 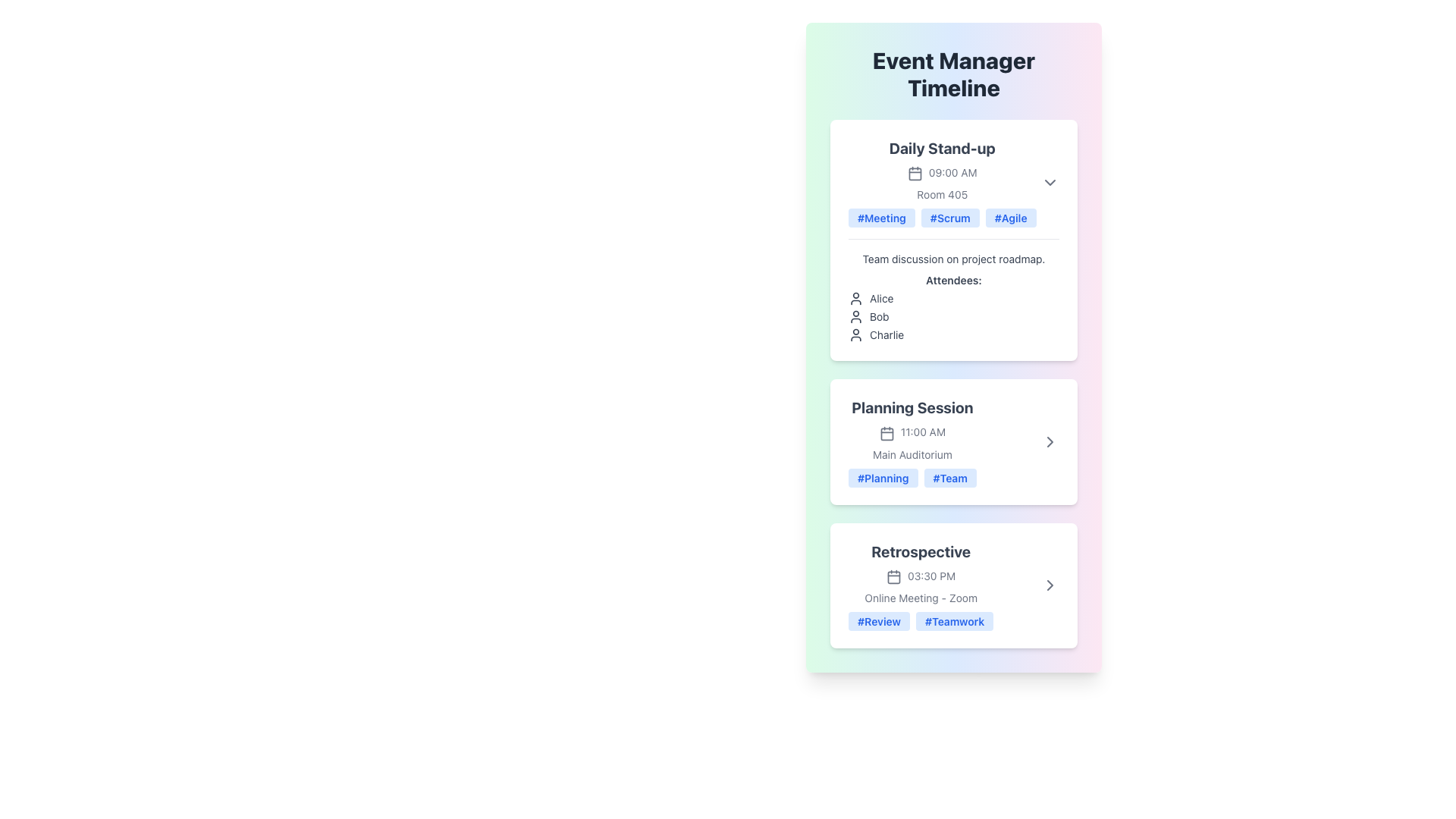 What do you see at coordinates (949, 478) in the screenshot?
I see `the '#Team' tag with a blue background and rounded corners located at the bottom of the 'Planning Session' card` at bounding box center [949, 478].